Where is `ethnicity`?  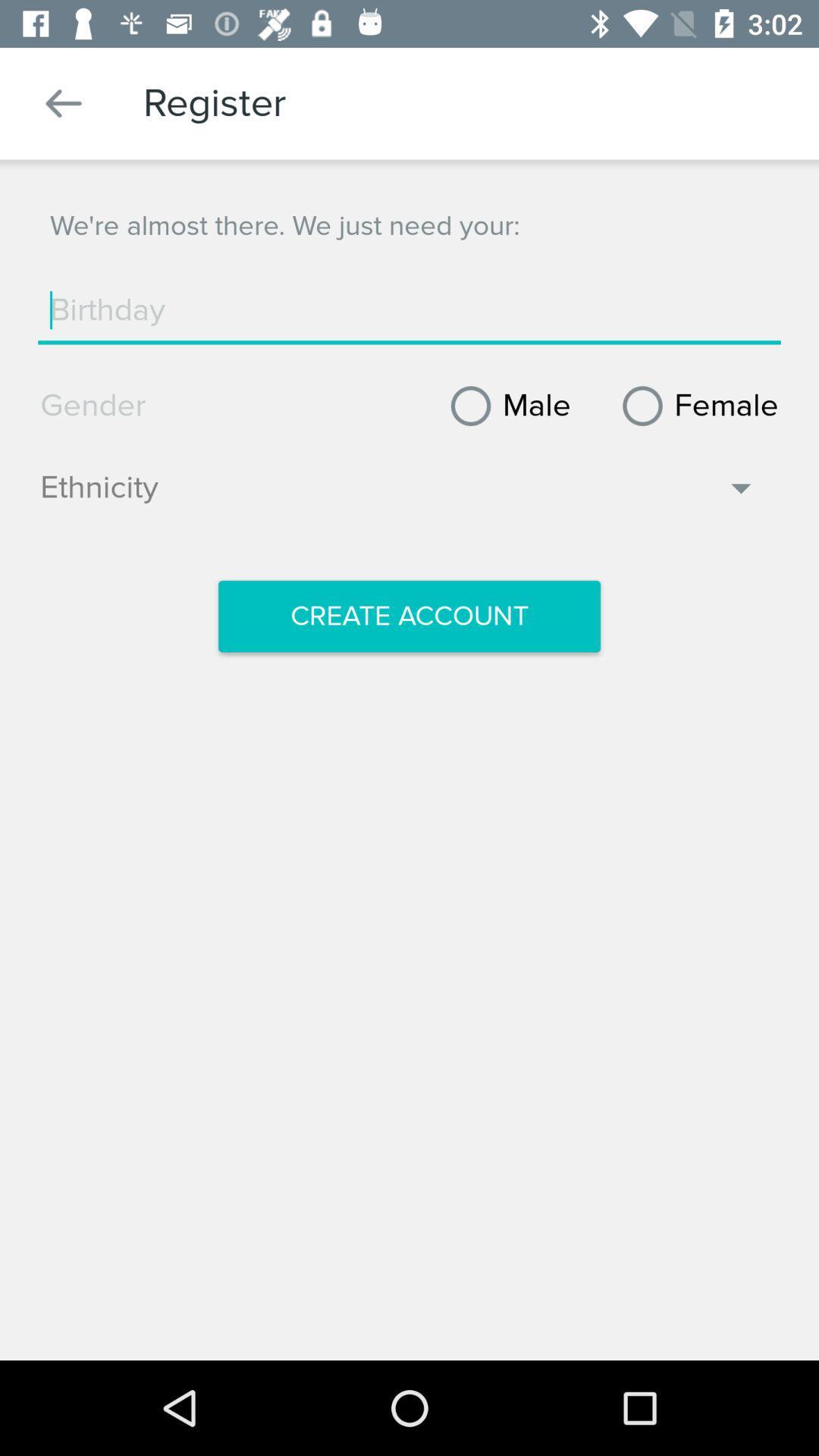 ethnicity is located at coordinates (398, 495).